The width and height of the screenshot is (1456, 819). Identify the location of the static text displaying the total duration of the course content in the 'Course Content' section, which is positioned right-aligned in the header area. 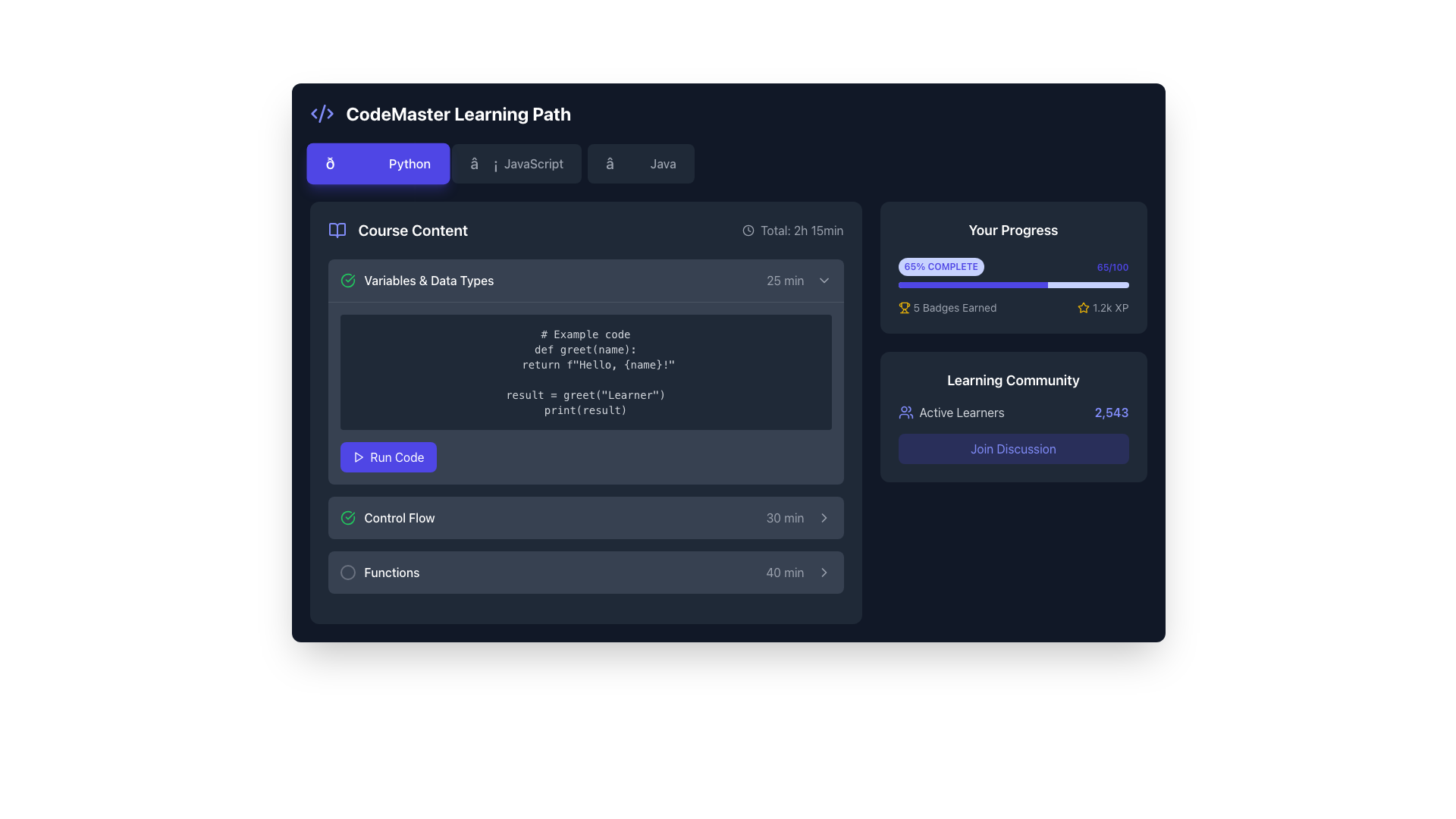
(792, 231).